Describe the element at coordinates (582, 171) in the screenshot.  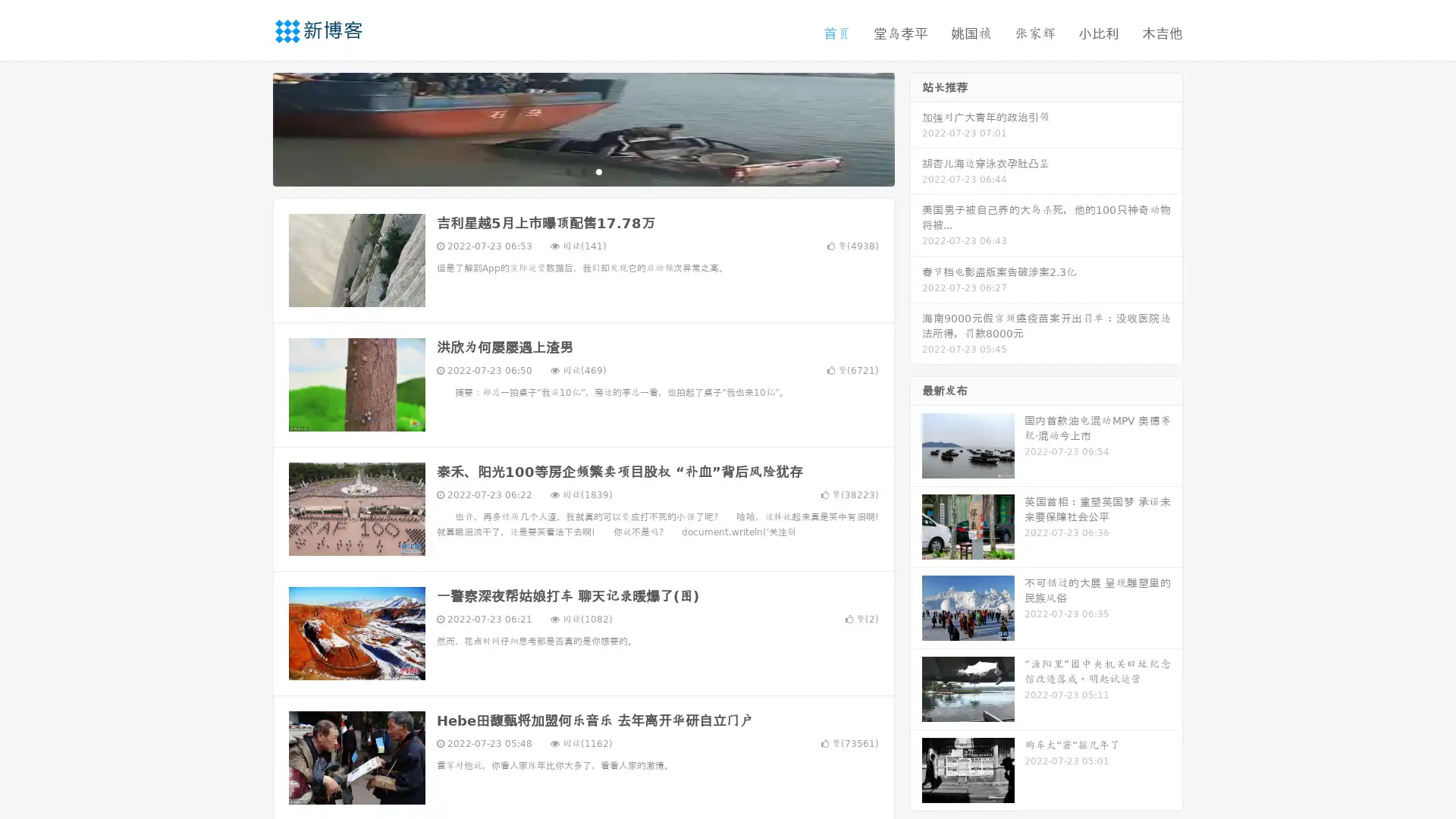
I see `Go to slide 2` at that location.